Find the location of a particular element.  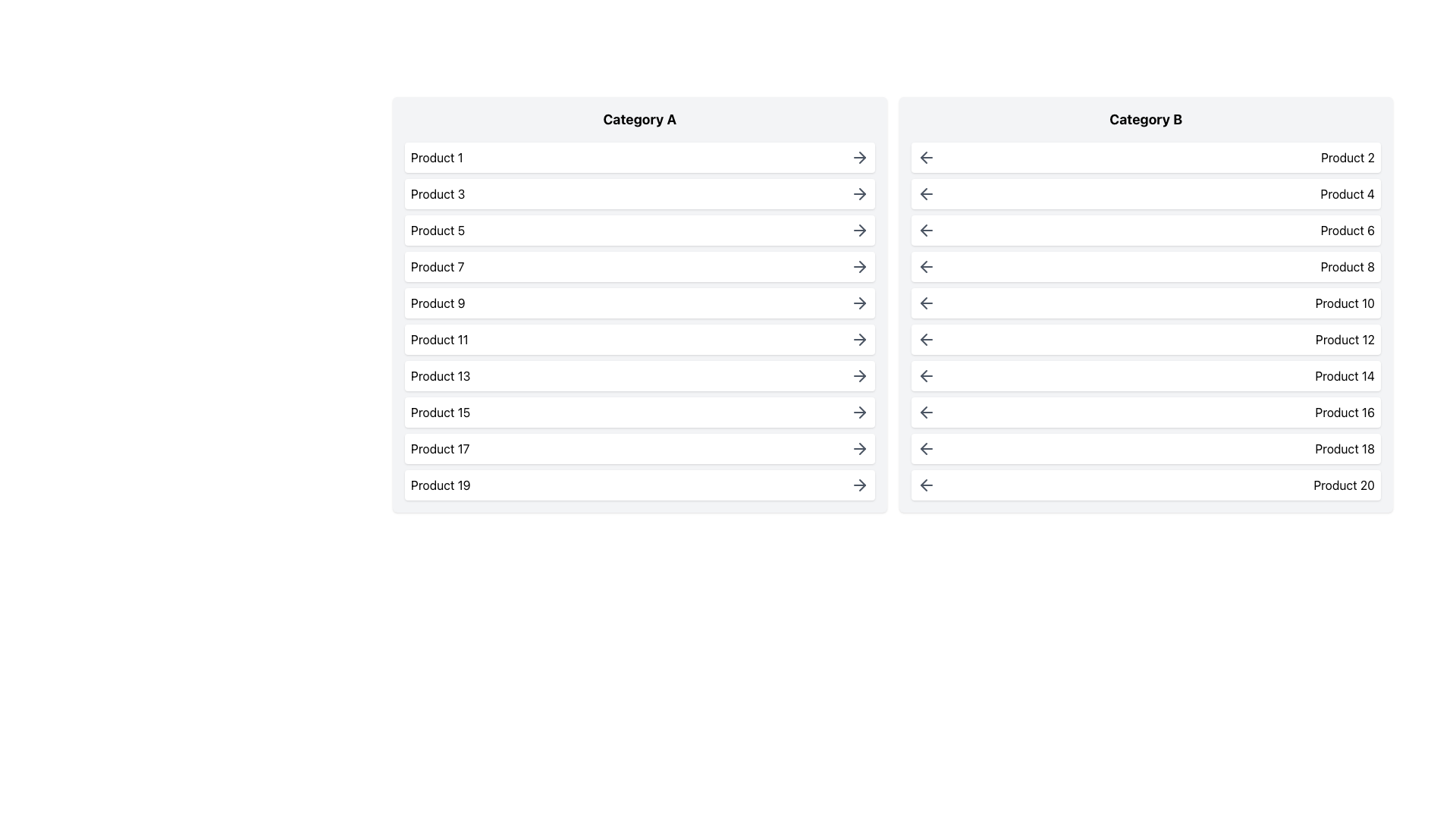

the back navigation button located at the beginning of the 'Product 2' row under the 'Category B' column to trigger a color change effect is located at coordinates (925, 158).